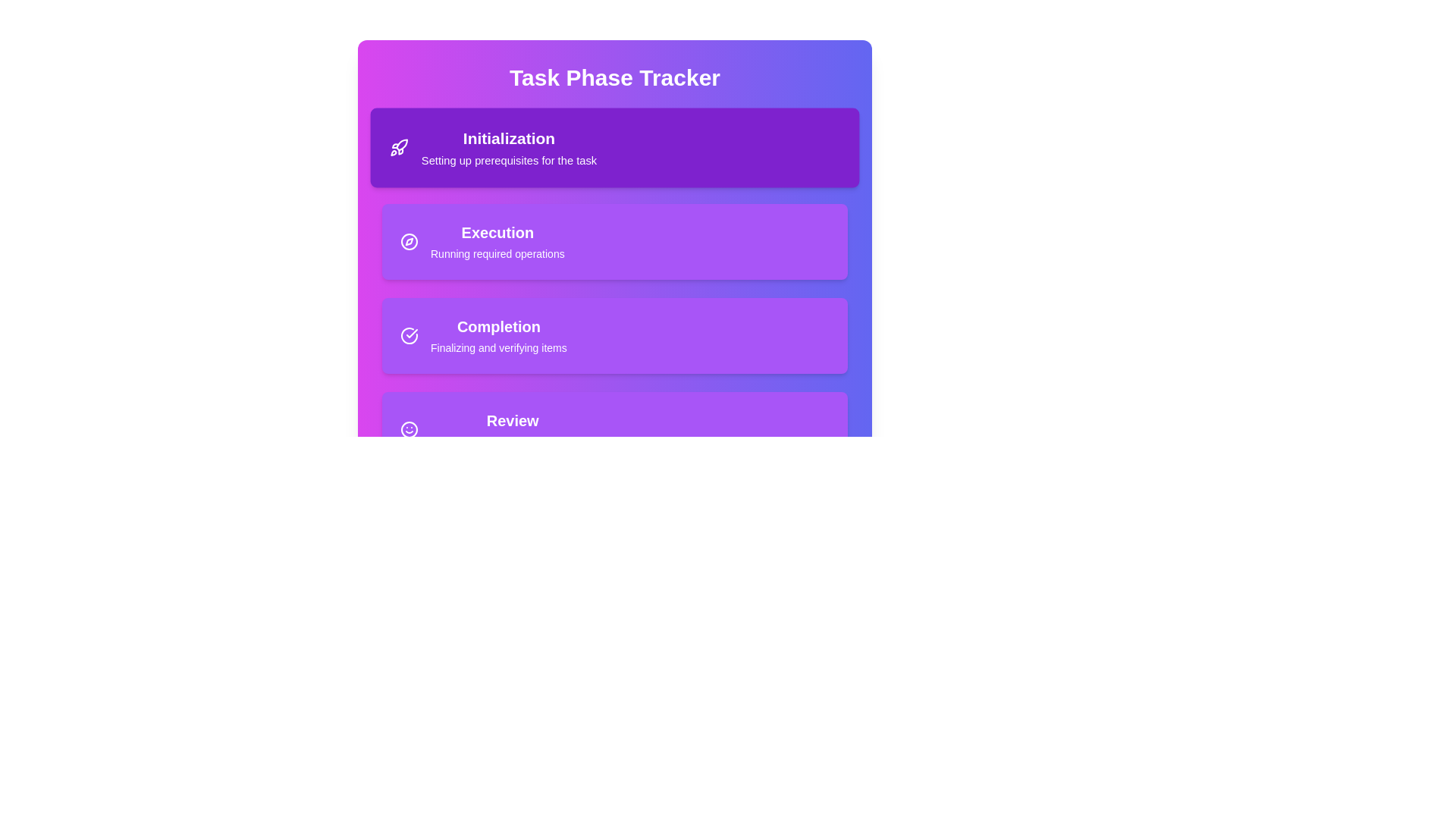 The image size is (1456, 819). Describe the element at coordinates (513, 441) in the screenshot. I see `the second text label located in the 'Review' section, which provides descriptive information related to the 'Review' phase` at that location.